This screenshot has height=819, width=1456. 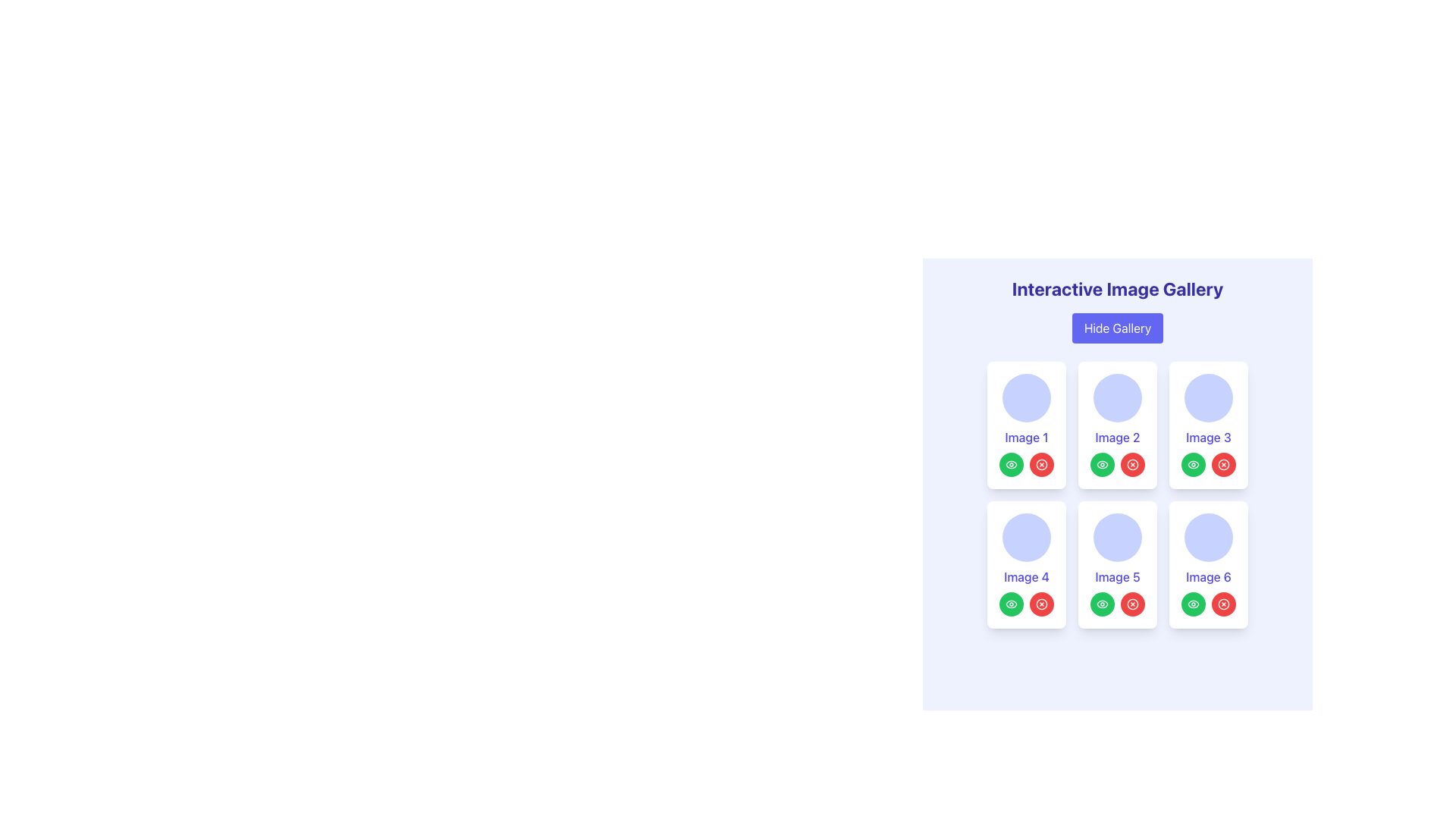 What do you see at coordinates (1117, 327) in the screenshot?
I see `the button located directly below the title 'Interactive Image Gallery'` at bounding box center [1117, 327].